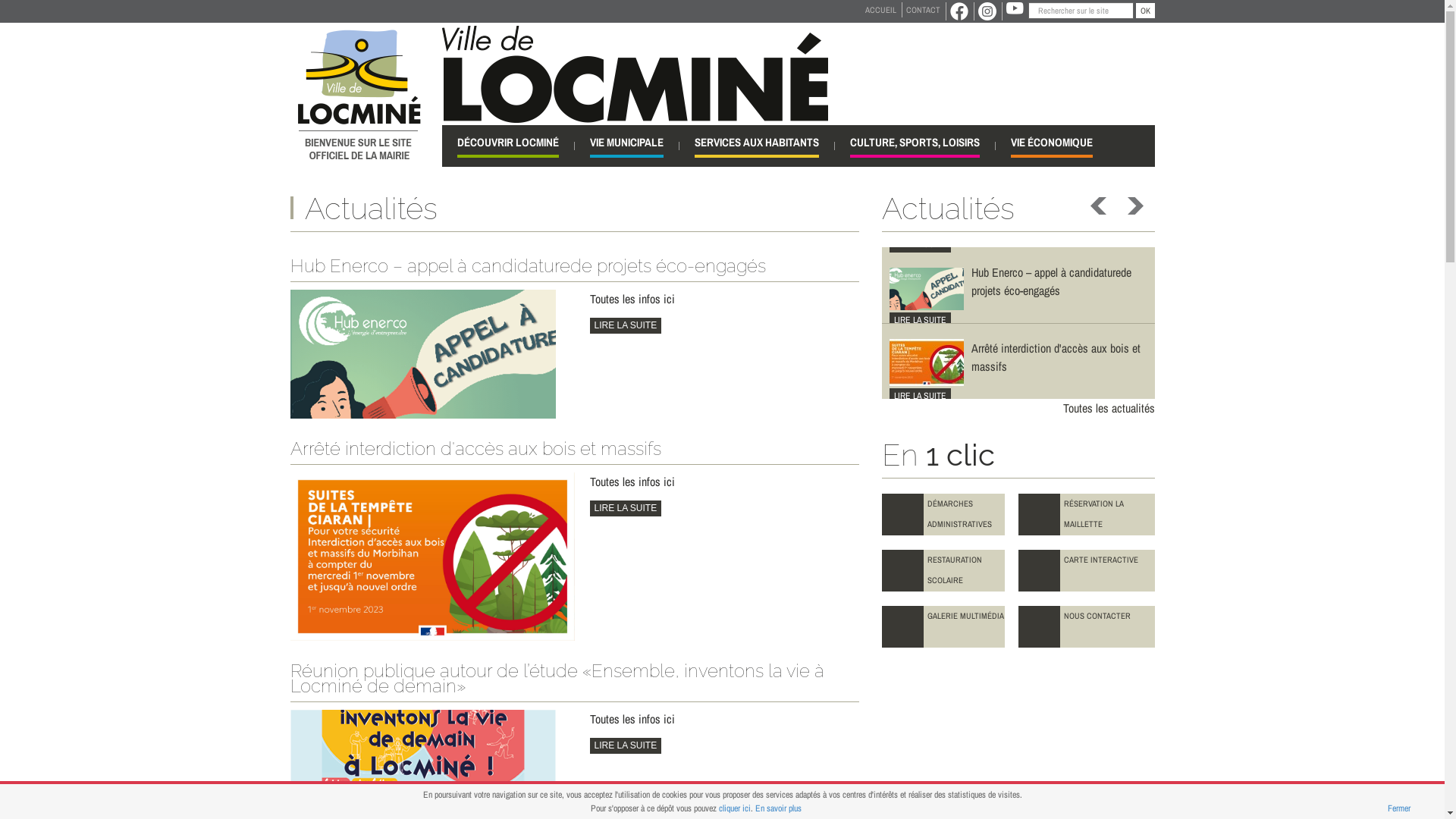 The width and height of the screenshot is (1456, 819). Describe the element at coordinates (1084, 570) in the screenshot. I see `'CARTE INTERACTIVE'` at that location.